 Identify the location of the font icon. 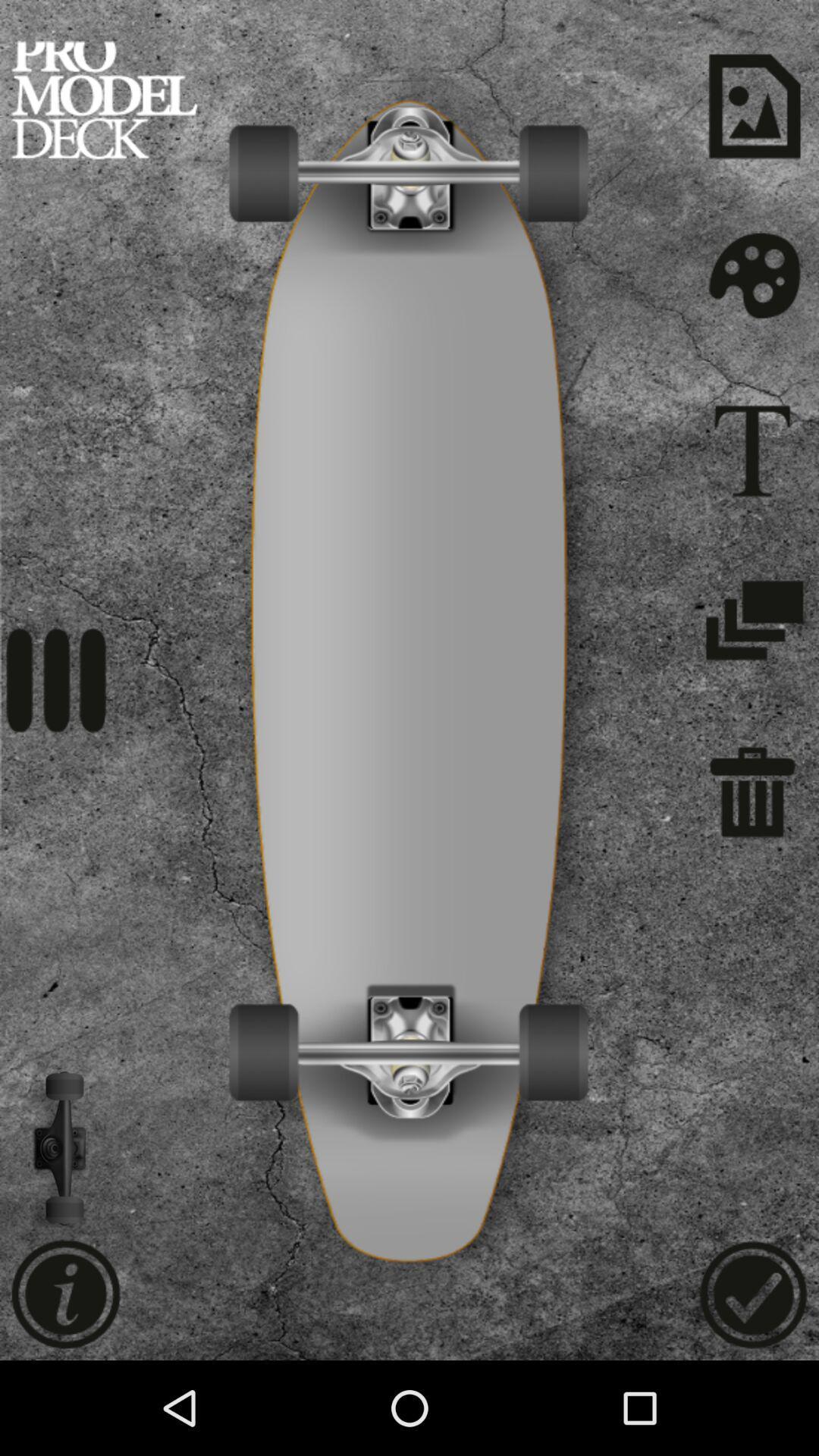
(752, 482).